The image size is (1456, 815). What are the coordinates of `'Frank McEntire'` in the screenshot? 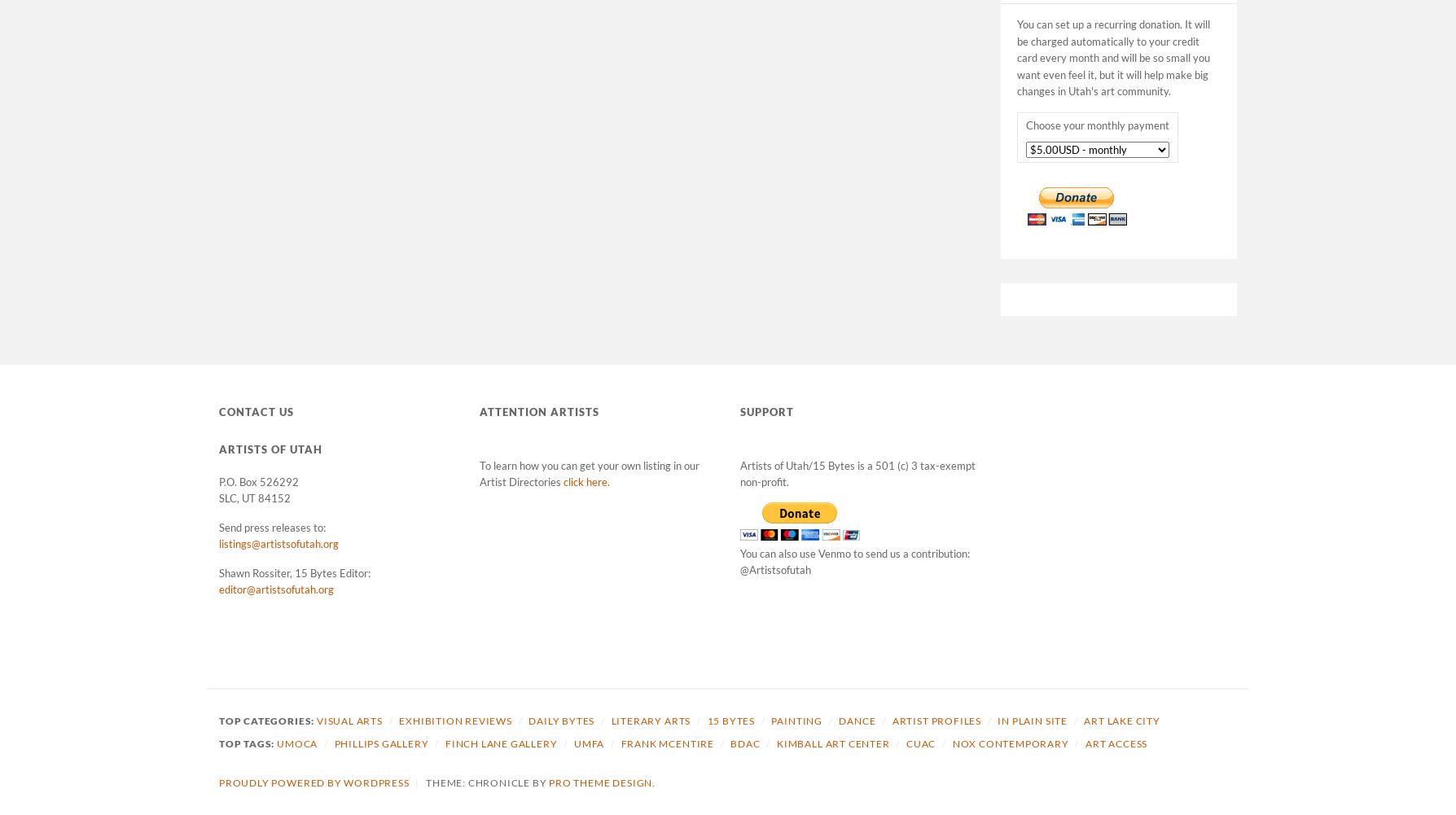 It's located at (666, 743).